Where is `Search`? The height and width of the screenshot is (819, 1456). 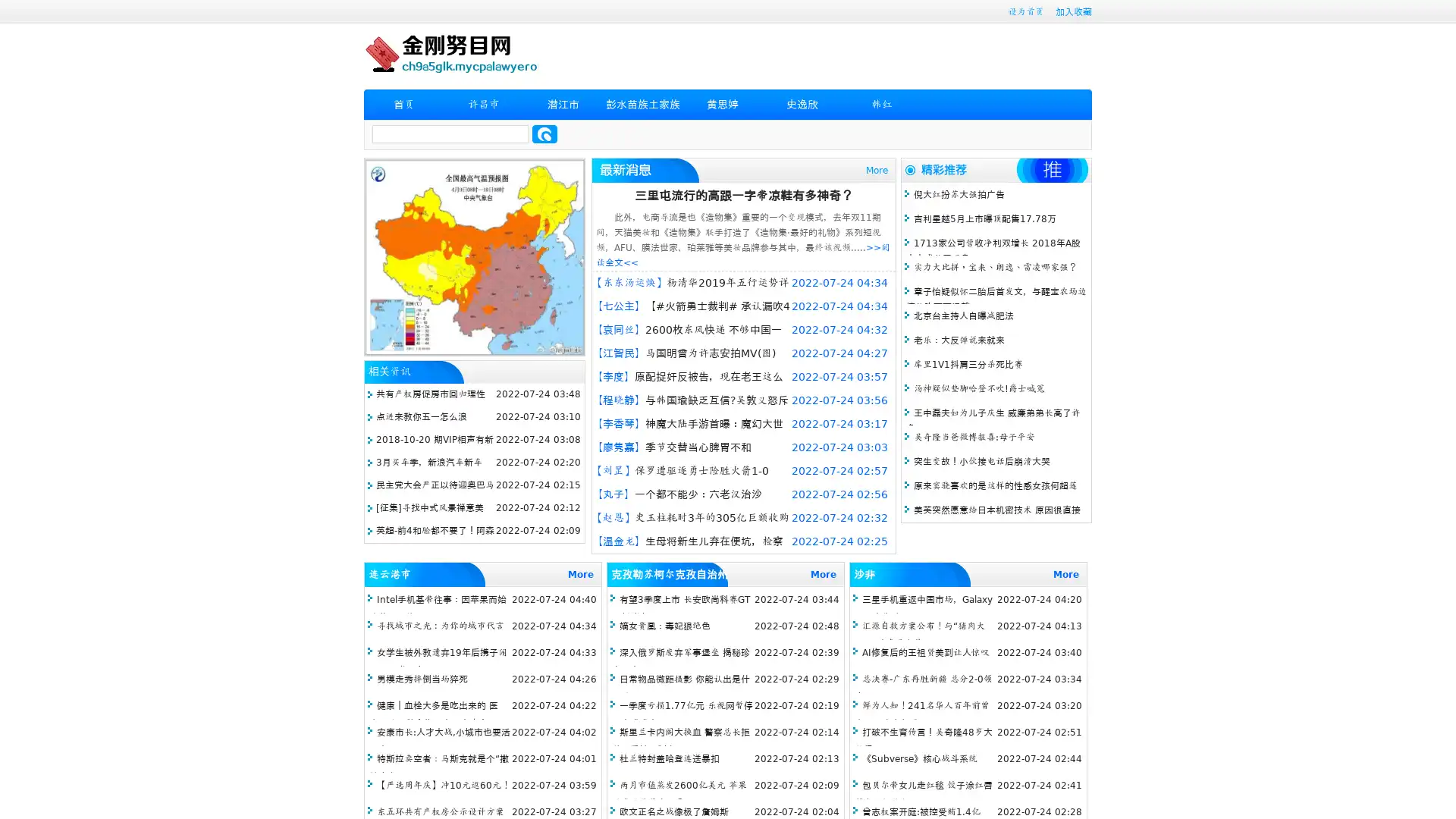 Search is located at coordinates (544, 133).